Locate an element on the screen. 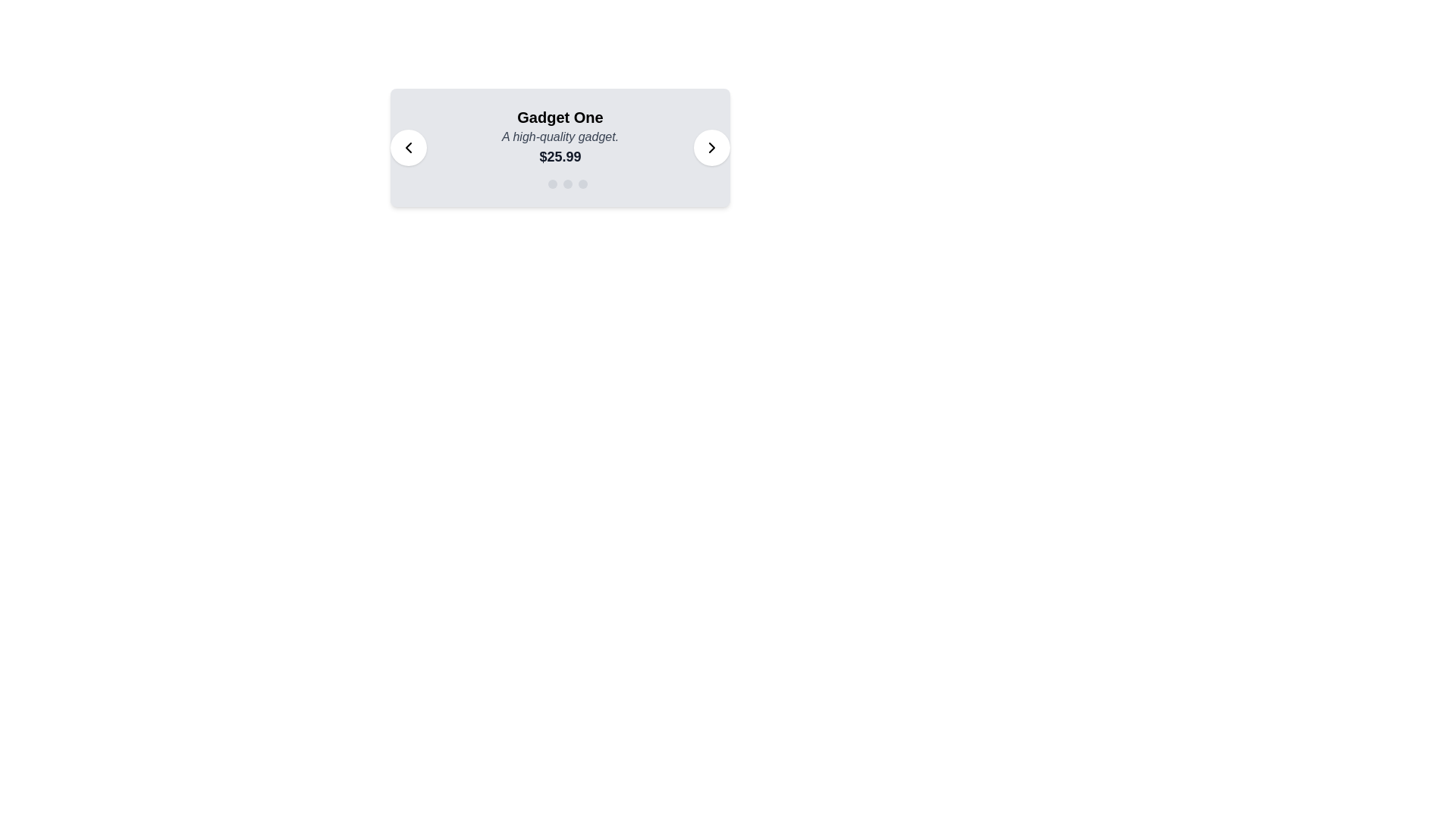 The image size is (1456, 819). the text label providing additional details about the product named 'Gadget One', which is located directly below the title and above the price text '$25.99' is located at coordinates (560, 137).